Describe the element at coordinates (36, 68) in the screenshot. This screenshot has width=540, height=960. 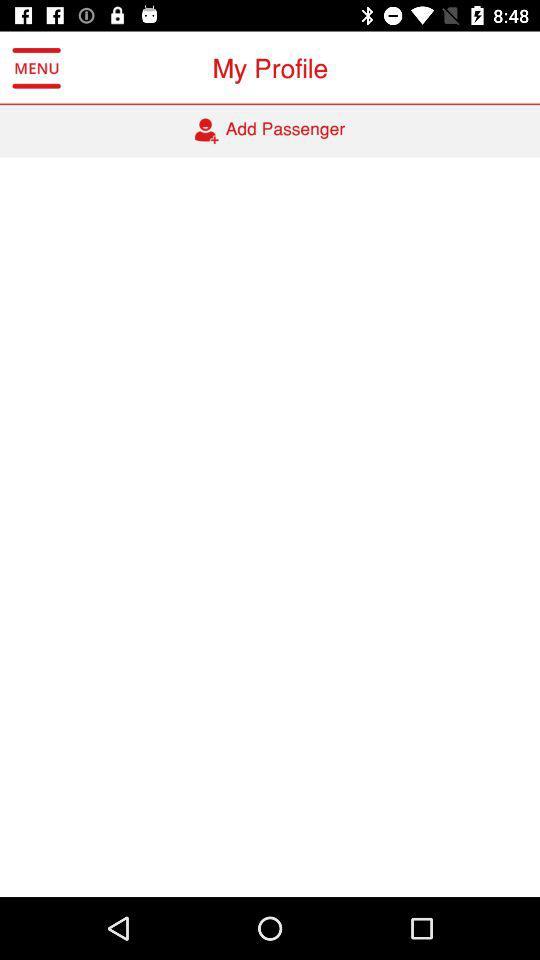
I see `the item next to the add passenger item` at that location.